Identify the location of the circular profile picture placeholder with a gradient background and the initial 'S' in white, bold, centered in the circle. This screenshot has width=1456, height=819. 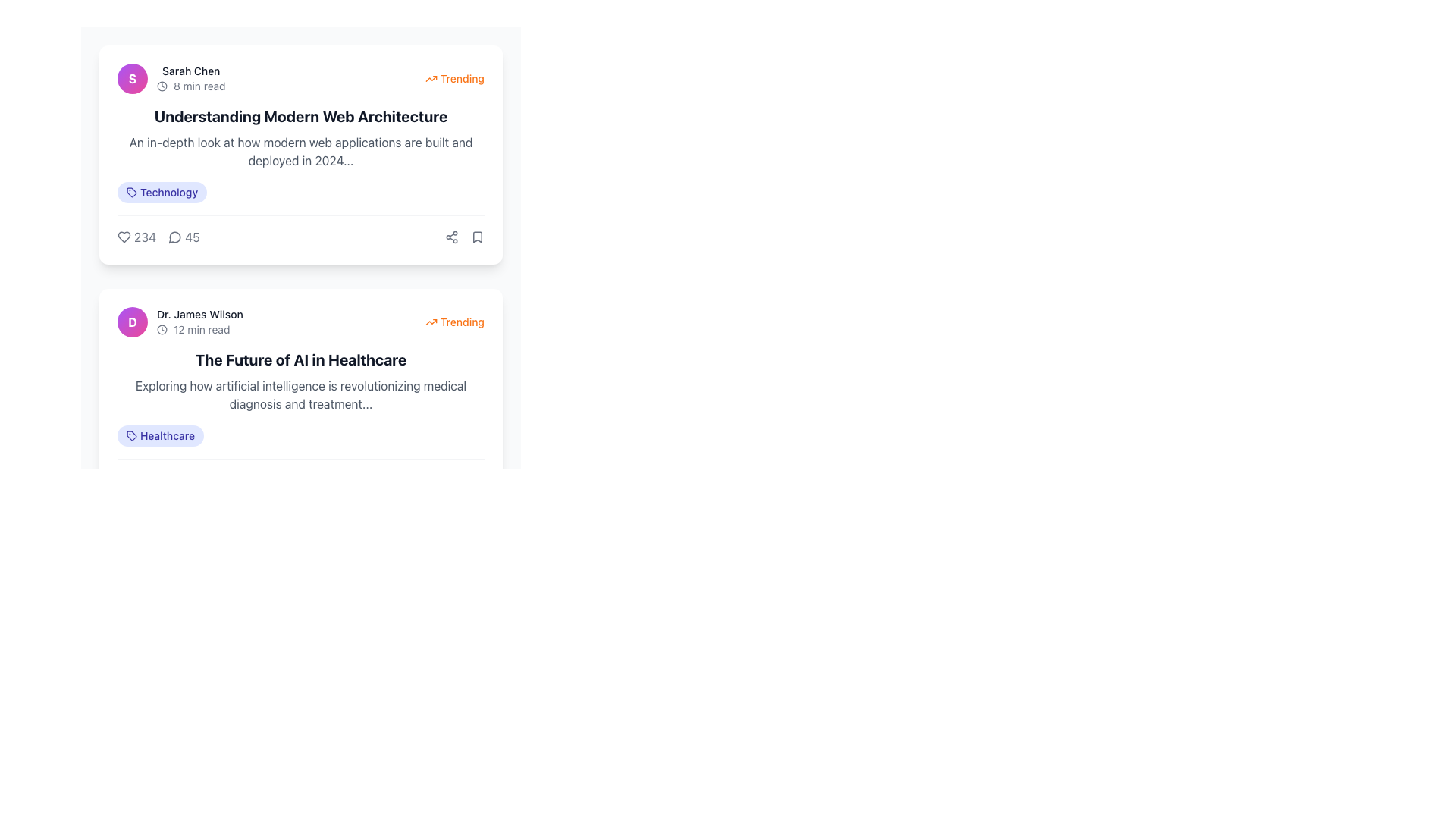
(132, 79).